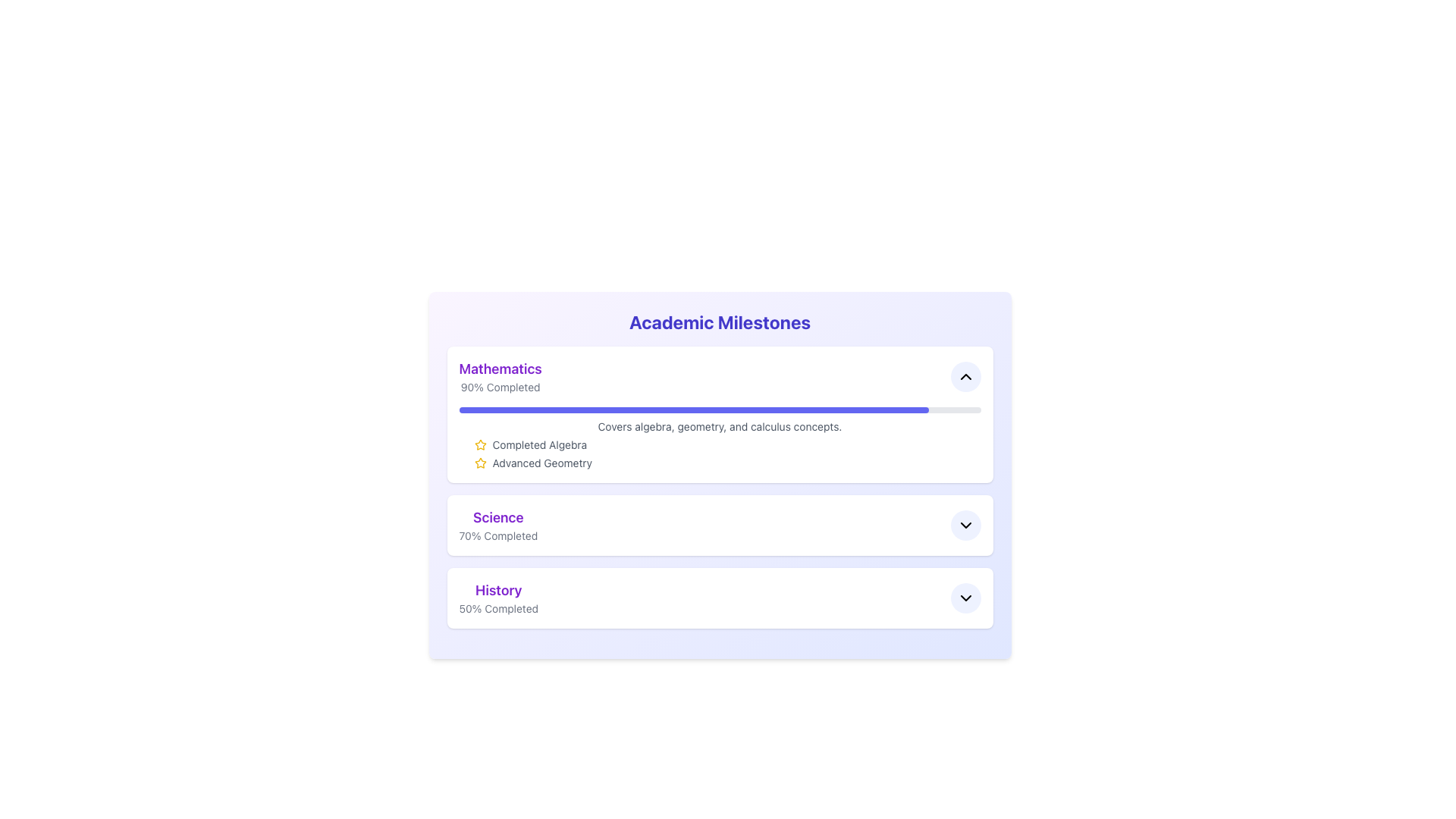 Image resolution: width=1456 pixels, height=819 pixels. Describe the element at coordinates (479, 462) in the screenshot. I see `the bright yellow star icon located next to the 'Completed Algebra' label in the Mathematics section of the Academic Milestones interface` at that location.